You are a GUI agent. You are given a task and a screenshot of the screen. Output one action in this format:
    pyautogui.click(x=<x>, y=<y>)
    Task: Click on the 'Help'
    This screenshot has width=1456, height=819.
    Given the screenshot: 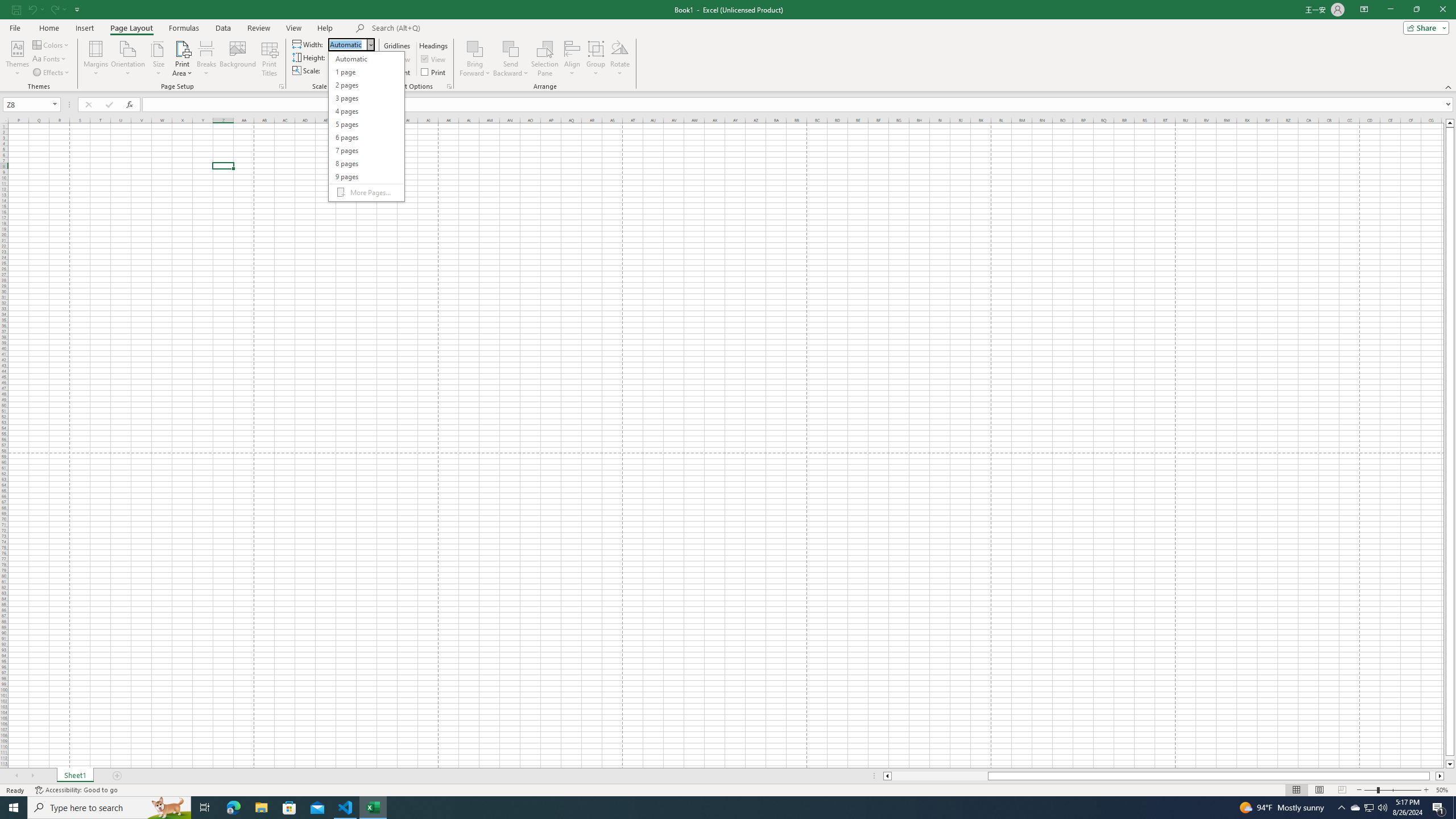 What is the action you would take?
    pyautogui.click(x=325, y=28)
    